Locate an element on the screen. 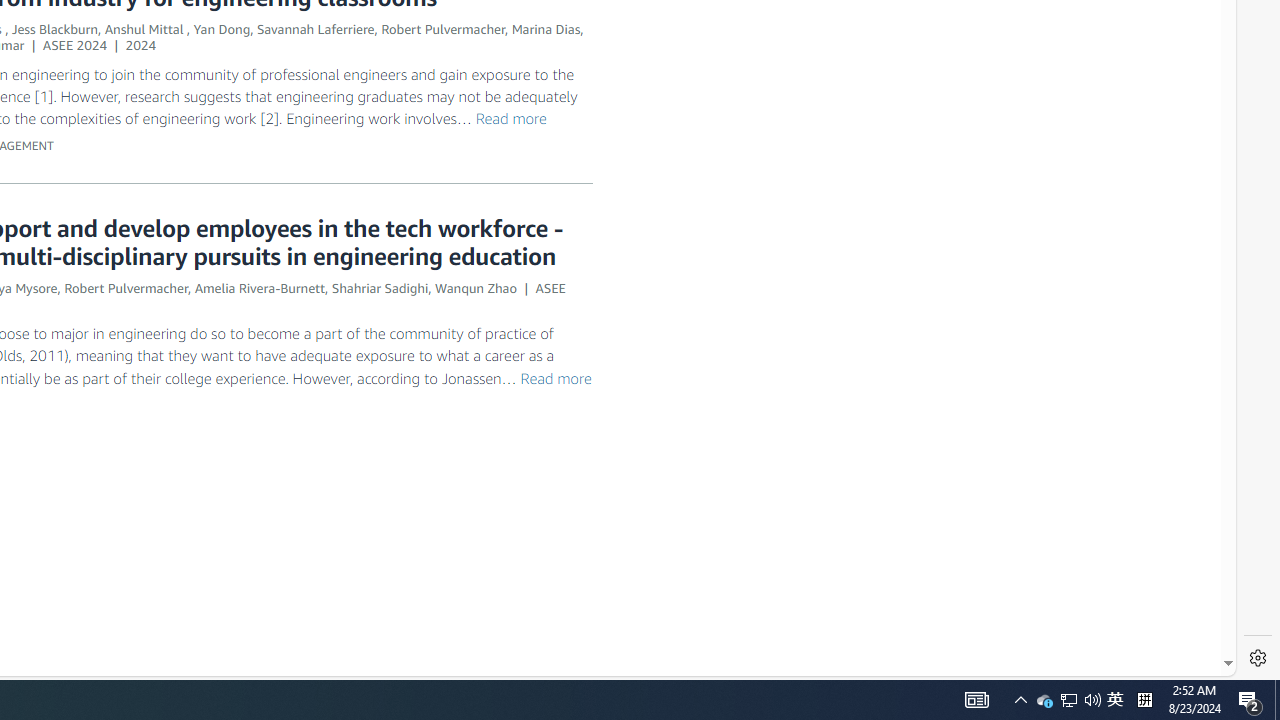  'Wanqun Zhao' is located at coordinates (474, 288).